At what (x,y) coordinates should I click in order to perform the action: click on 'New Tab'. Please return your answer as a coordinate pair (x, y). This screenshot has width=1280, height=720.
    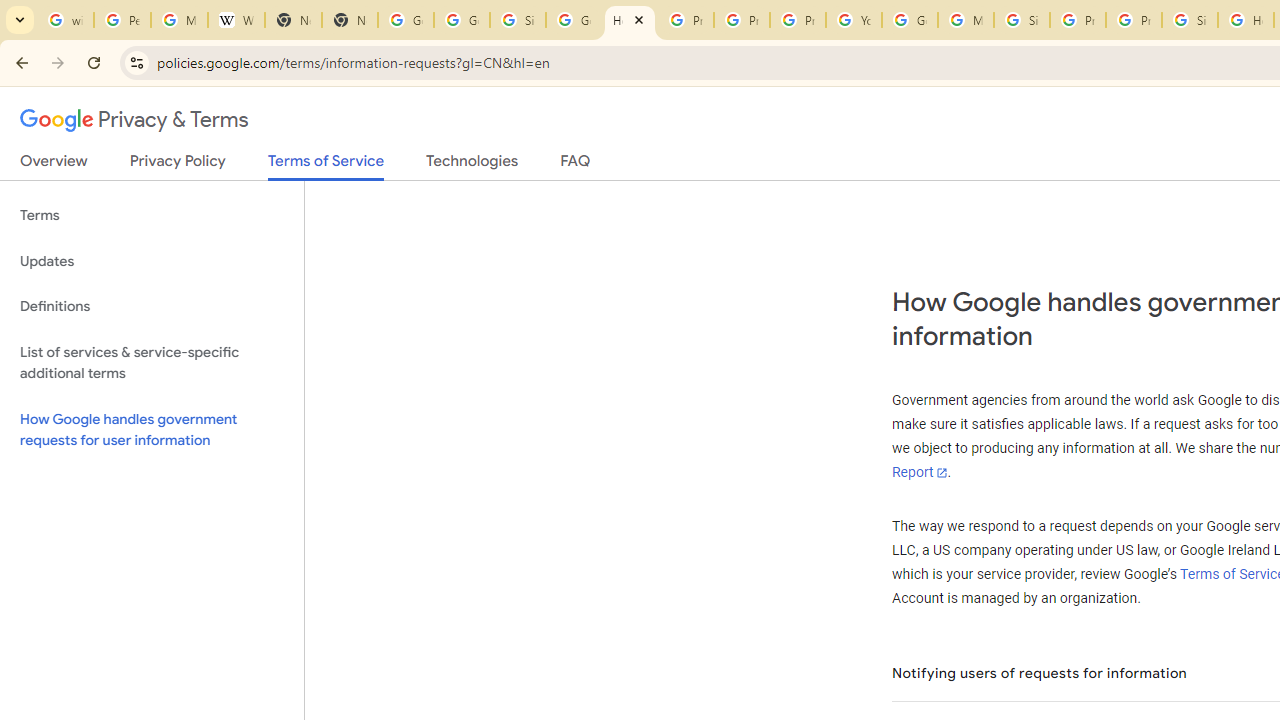
    Looking at the image, I should click on (350, 20).